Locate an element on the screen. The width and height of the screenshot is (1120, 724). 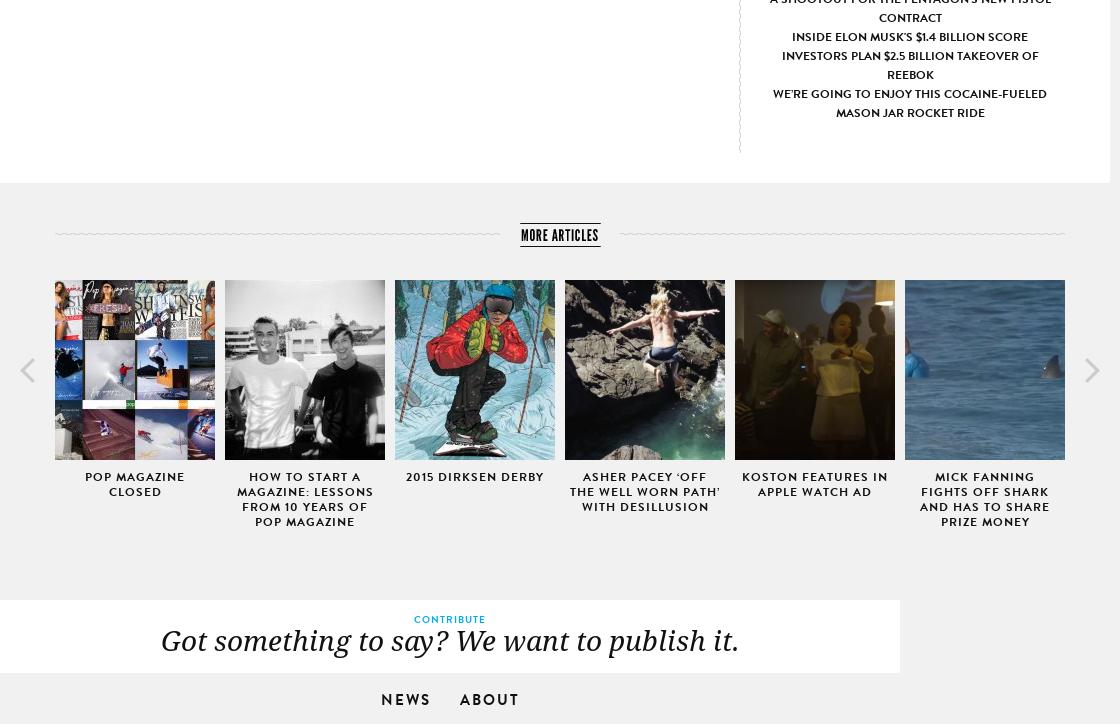
'Pop Magazine Closed' is located at coordinates (134, 483).